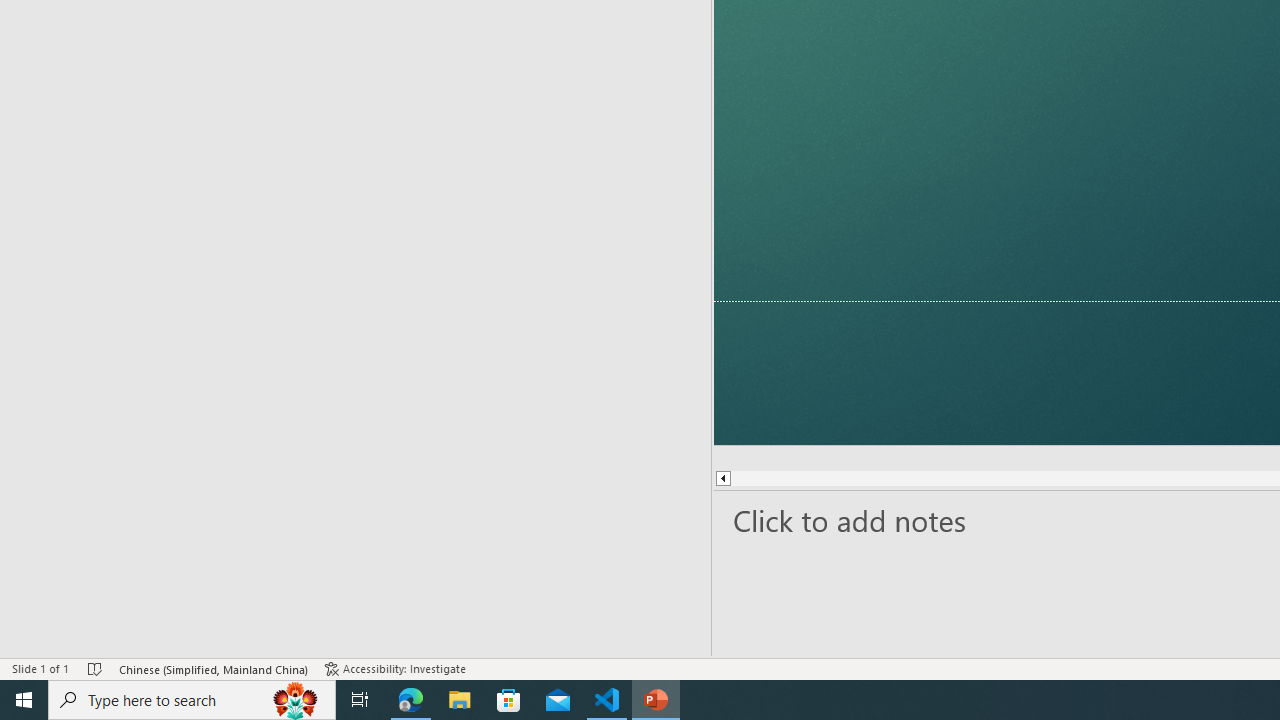  What do you see at coordinates (46, 685) in the screenshot?
I see `'AutomationID: BadgeAnchorLargeTicker'` at bounding box center [46, 685].